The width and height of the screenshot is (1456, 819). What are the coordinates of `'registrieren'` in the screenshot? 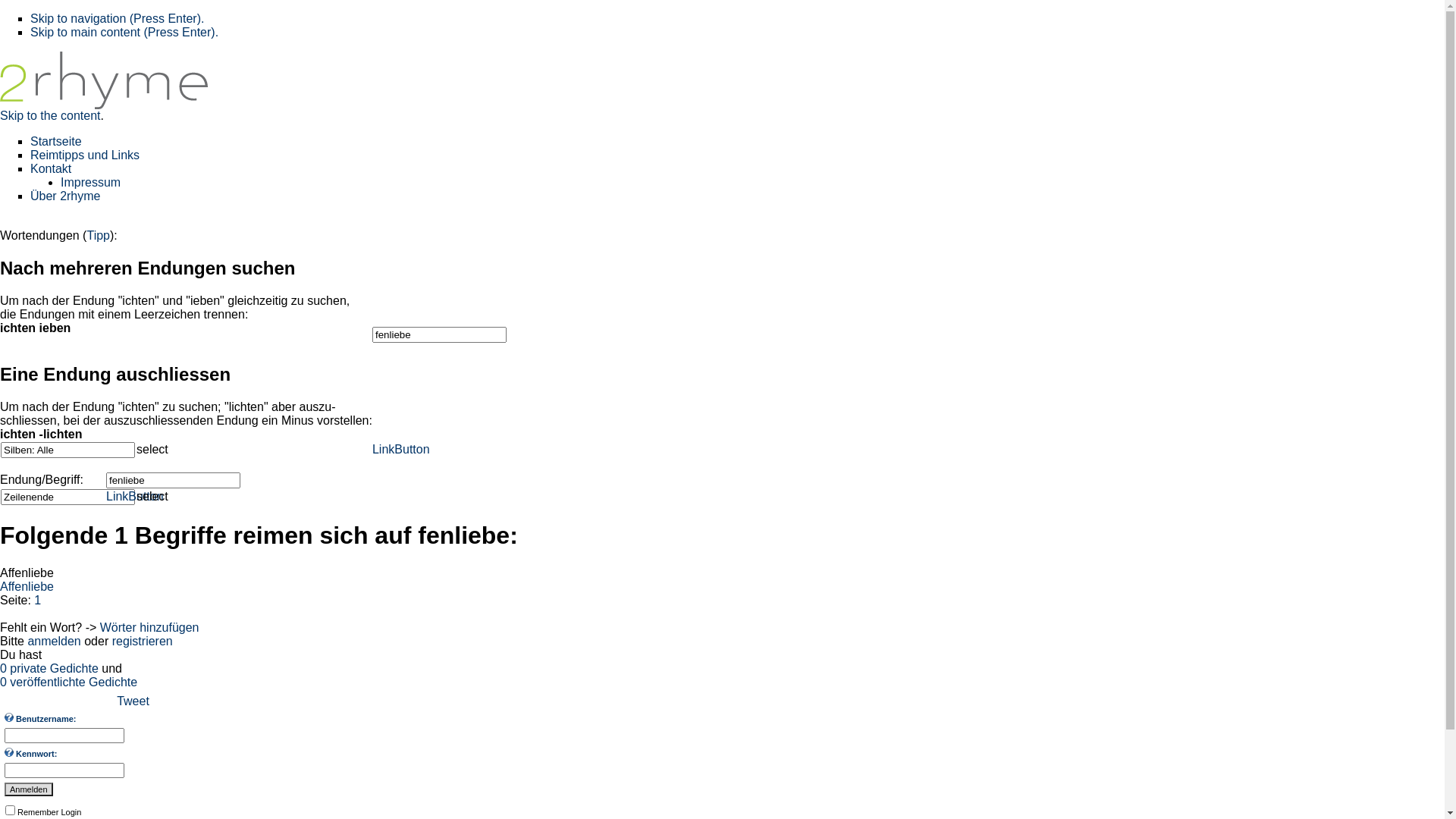 It's located at (142, 640).